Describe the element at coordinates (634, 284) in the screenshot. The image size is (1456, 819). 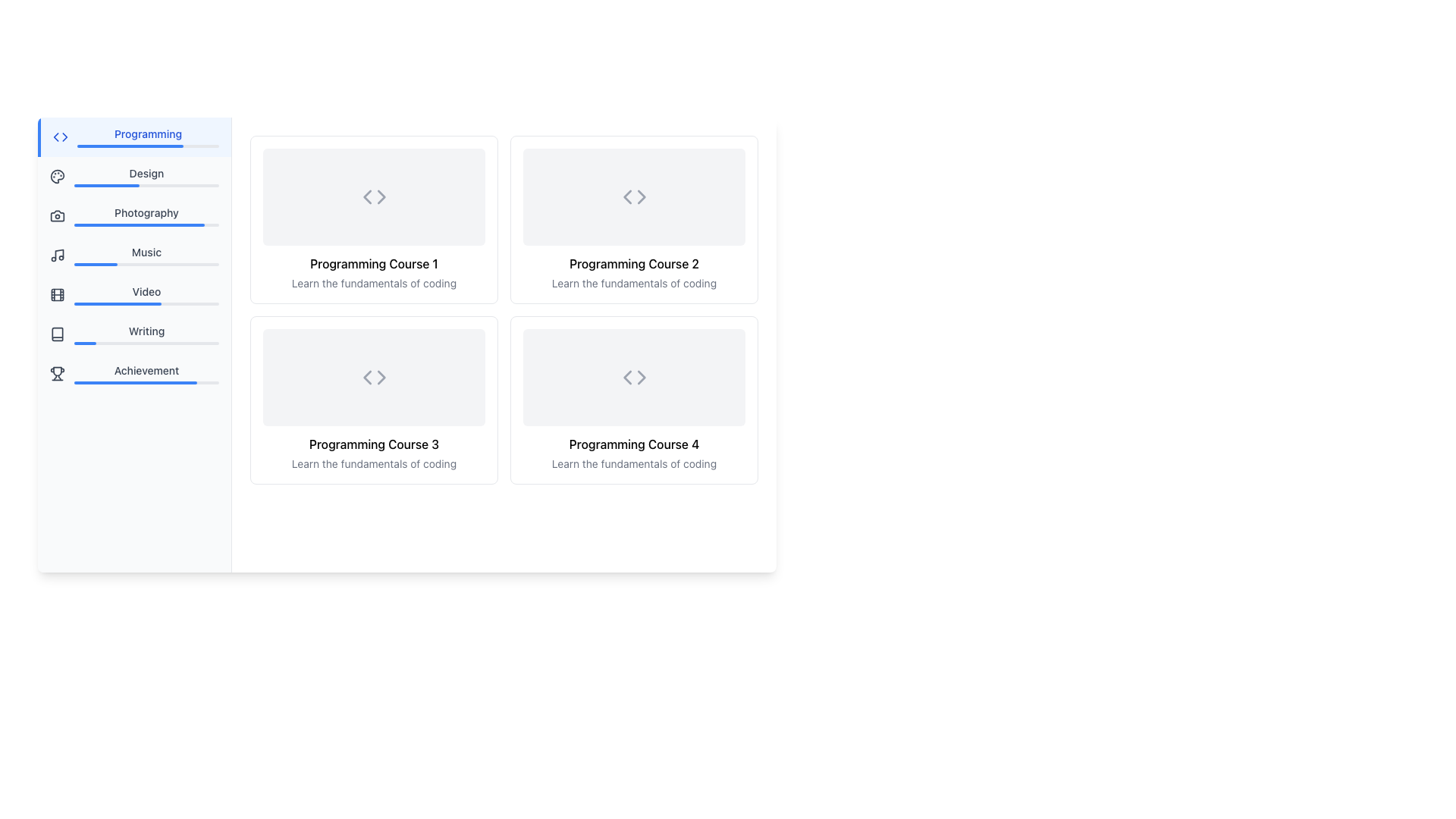
I see `the Text Label that provides supplementary information for the programming course title, located beneath 'Programming Course 2'` at that location.